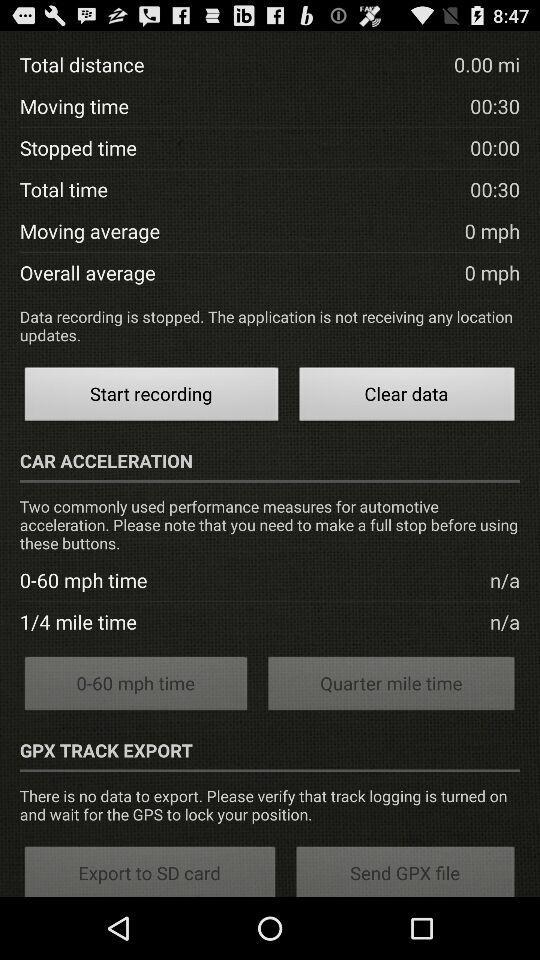 Image resolution: width=540 pixels, height=960 pixels. Describe the element at coordinates (405, 869) in the screenshot. I see `item next to export to sd` at that location.